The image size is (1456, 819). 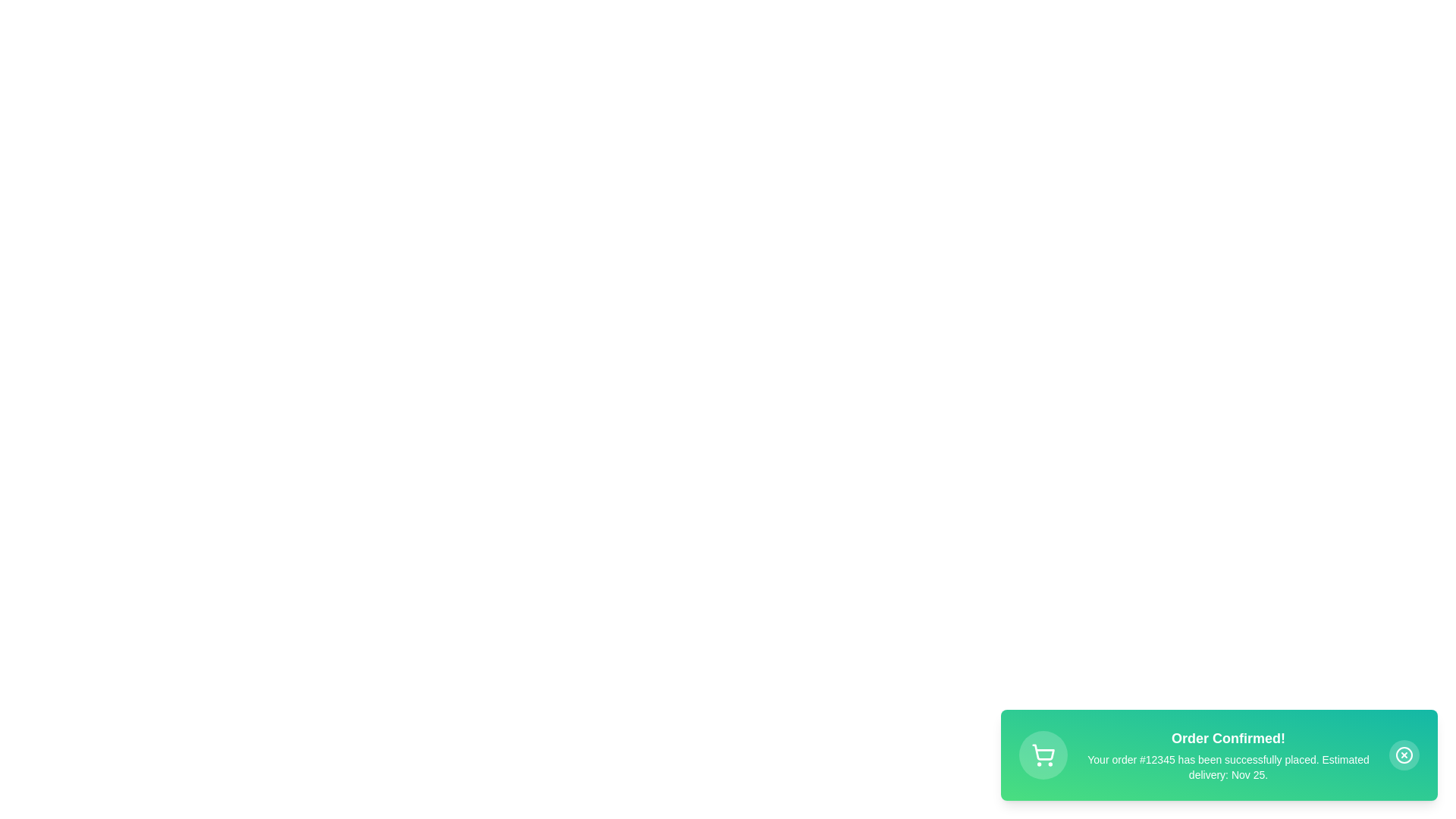 What do you see at coordinates (1043, 755) in the screenshot?
I see `the shopping cart icon with a white outline located in the bottom-right notification bar, which is embedded within a circular light green-to-teal gradient background` at bounding box center [1043, 755].